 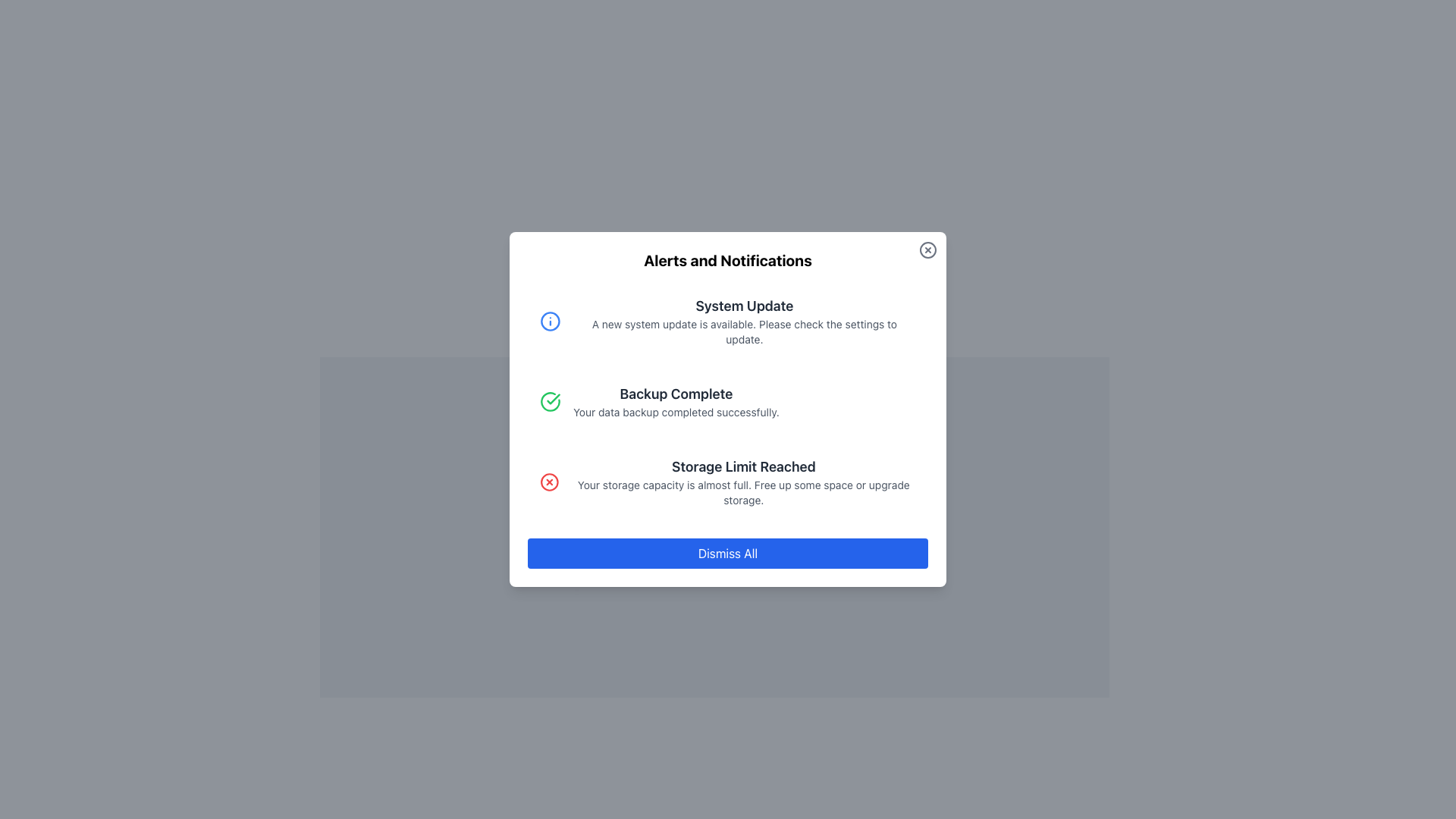 What do you see at coordinates (549, 321) in the screenshot?
I see `the system update icon located on the left side of the 'System Update' alert box, near its header` at bounding box center [549, 321].